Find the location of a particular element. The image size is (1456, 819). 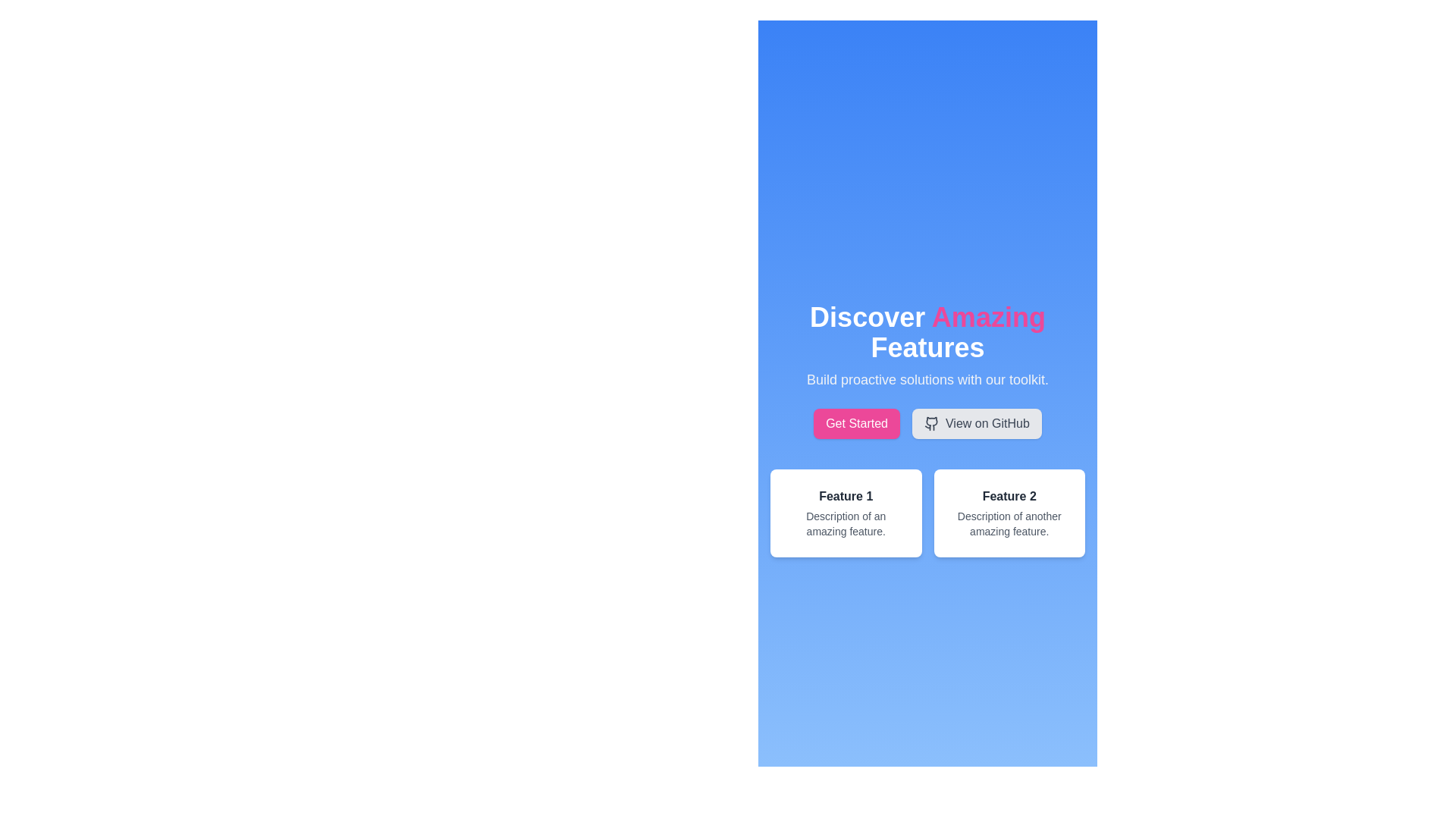

the text element styled in bold pink font with the text 'Amazing', which is the second word in the heading 'Discover Amazing Features', located prominently in the upper-middle of the layout is located at coordinates (985, 316).